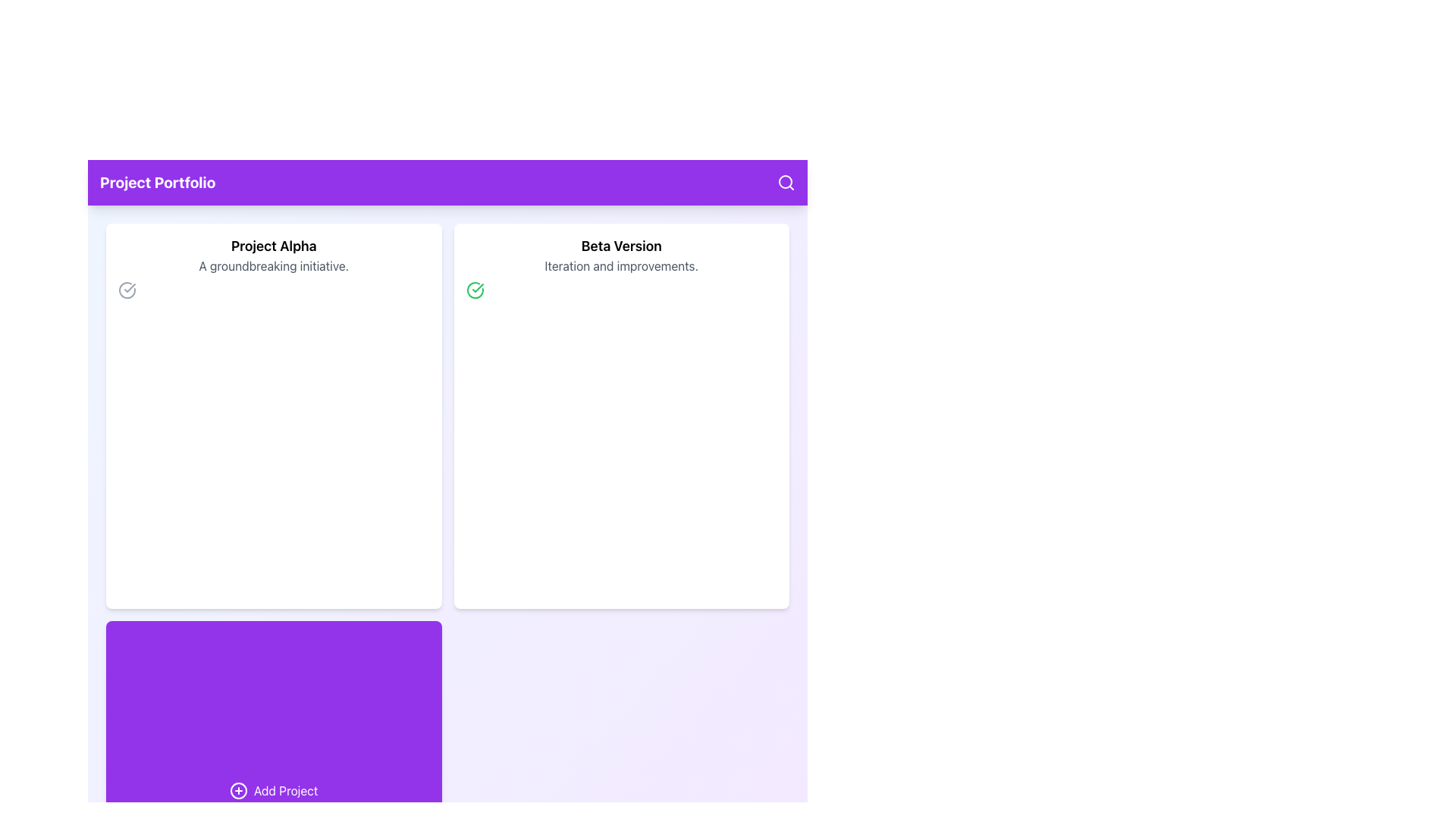  Describe the element at coordinates (474, 290) in the screenshot. I see `the circular portion of the checkmark icon styled with a green stroke located in the right project card of the interface` at that location.